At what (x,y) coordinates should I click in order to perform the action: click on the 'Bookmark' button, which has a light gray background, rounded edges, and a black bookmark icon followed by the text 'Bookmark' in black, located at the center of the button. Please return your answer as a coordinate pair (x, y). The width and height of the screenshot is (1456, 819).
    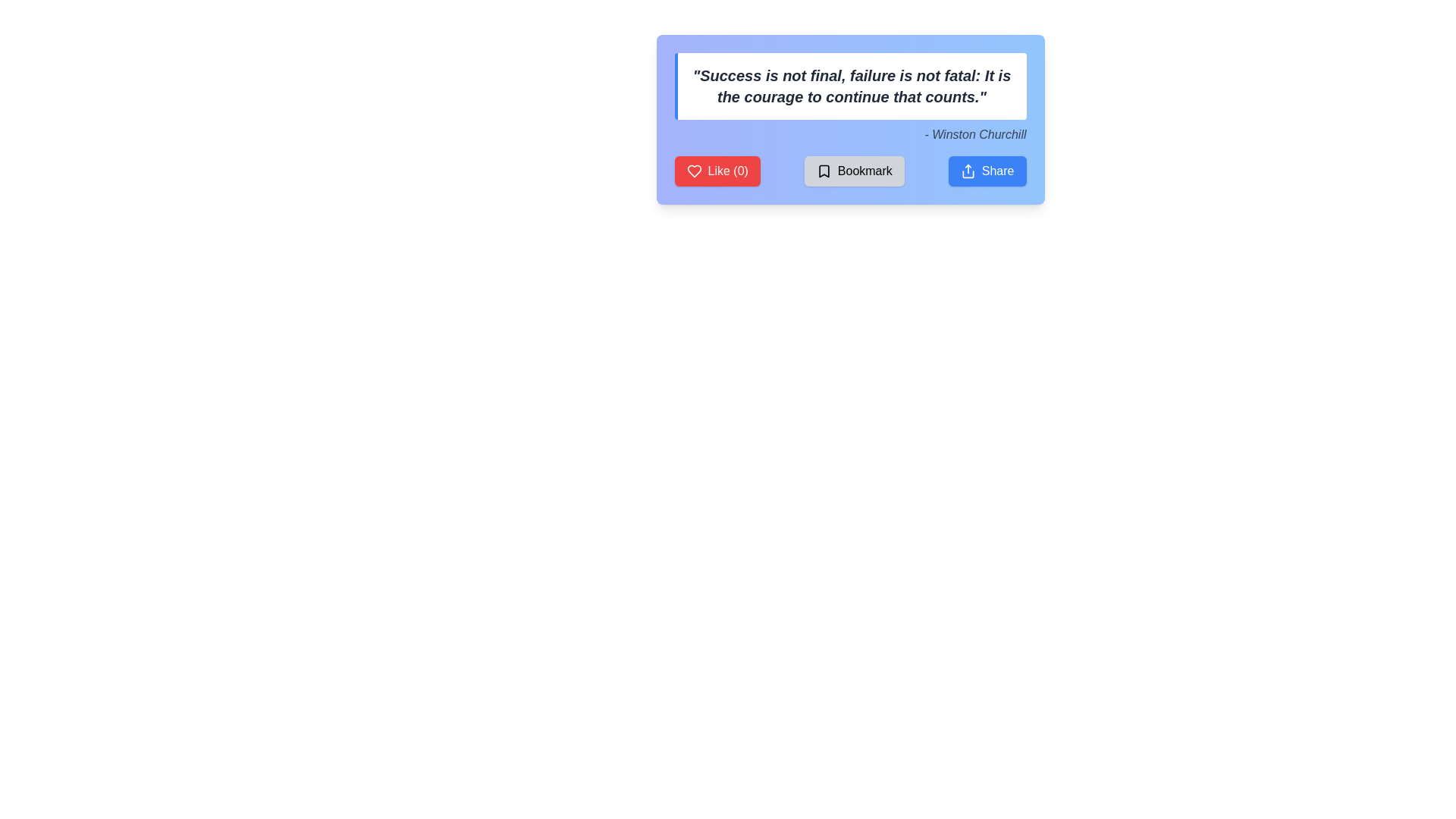
    Looking at the image, I should click on (850, 171).